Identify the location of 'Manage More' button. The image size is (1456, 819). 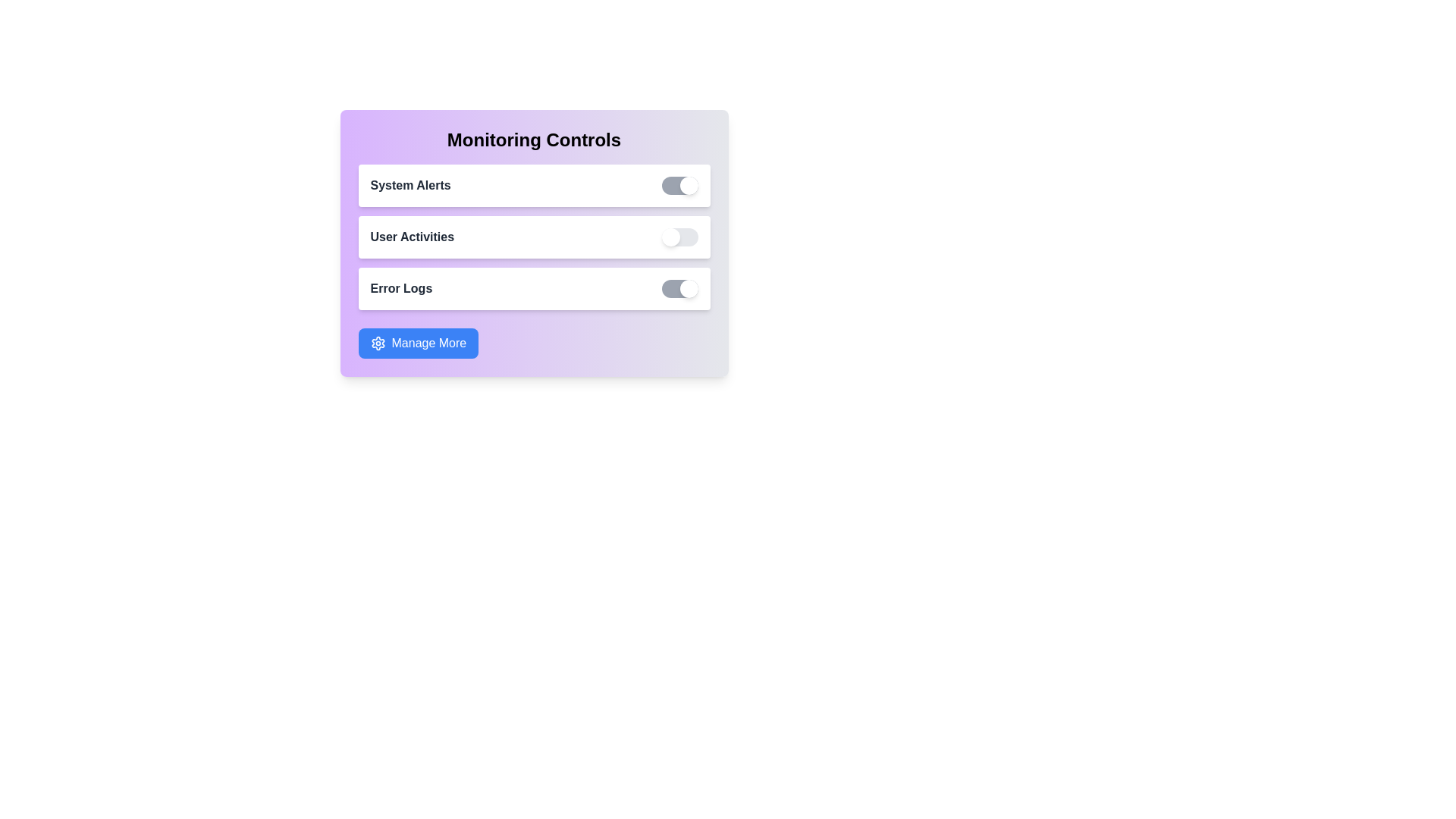
(418, 343).